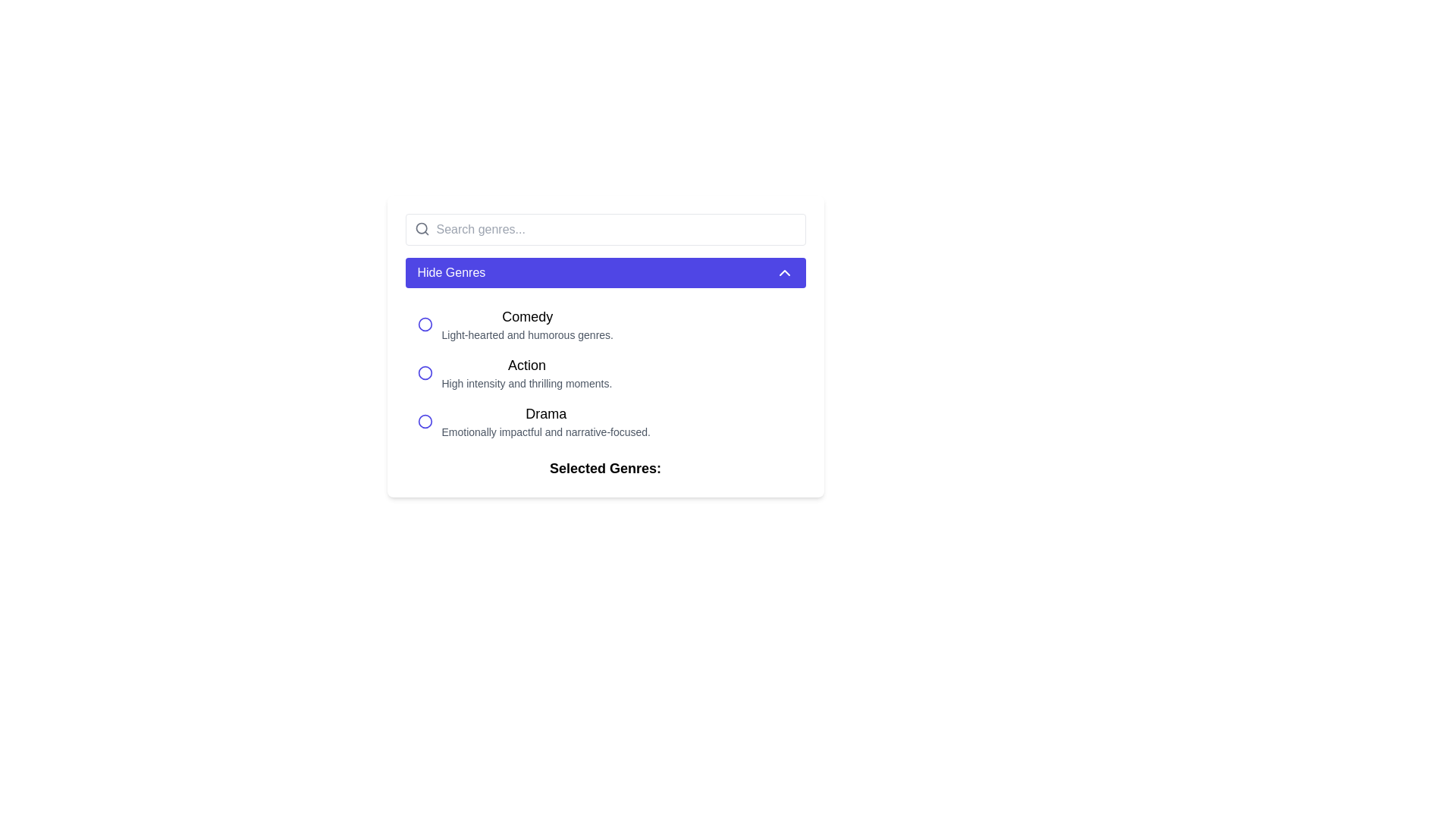 The image size is (1456, 819). I want to click on the search icon located at the left interior edge of the search area, which signifies the search functionality of the input field, so click(422, 228).